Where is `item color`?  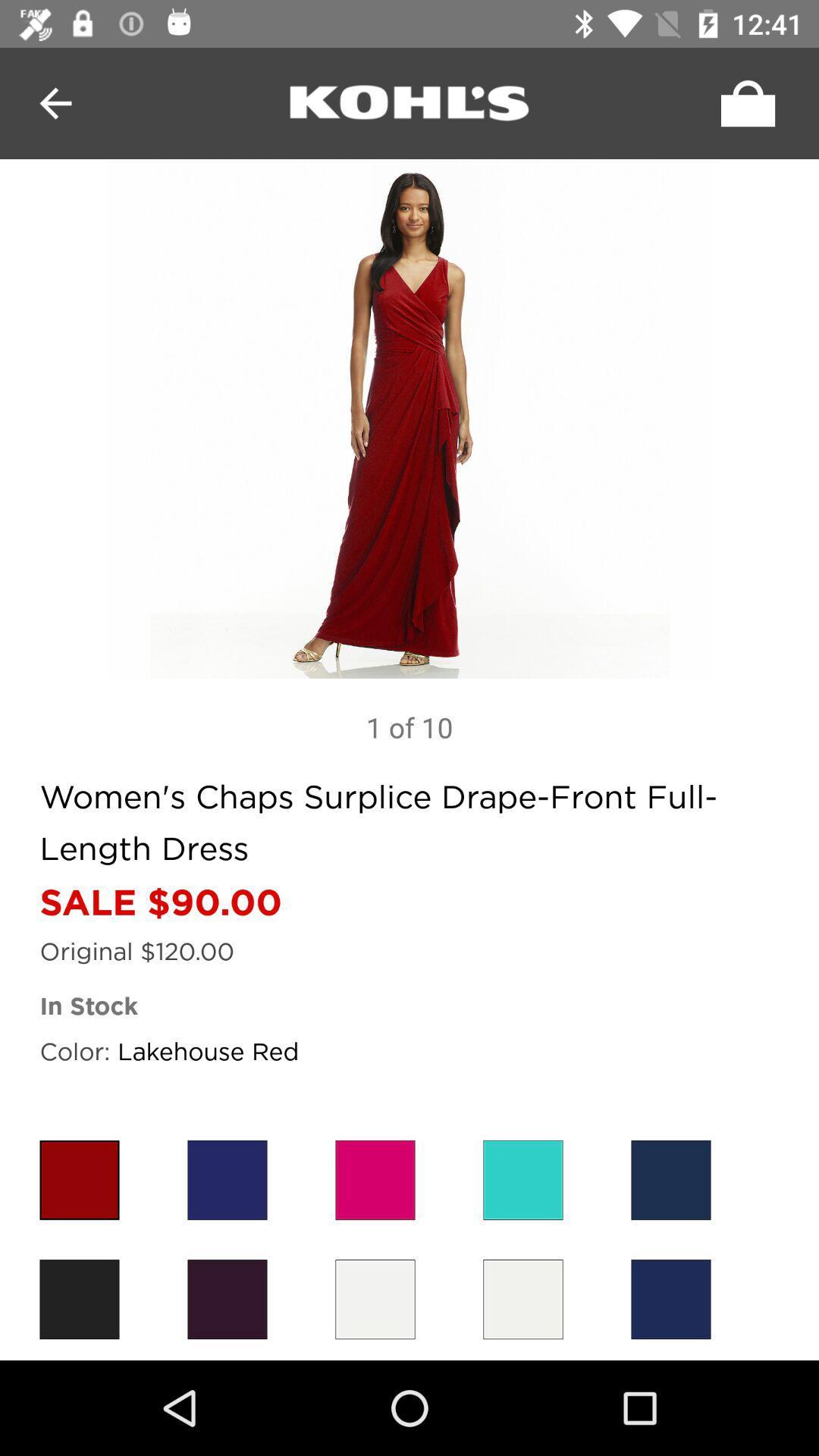
item color is located at coordinates (375, 1298).